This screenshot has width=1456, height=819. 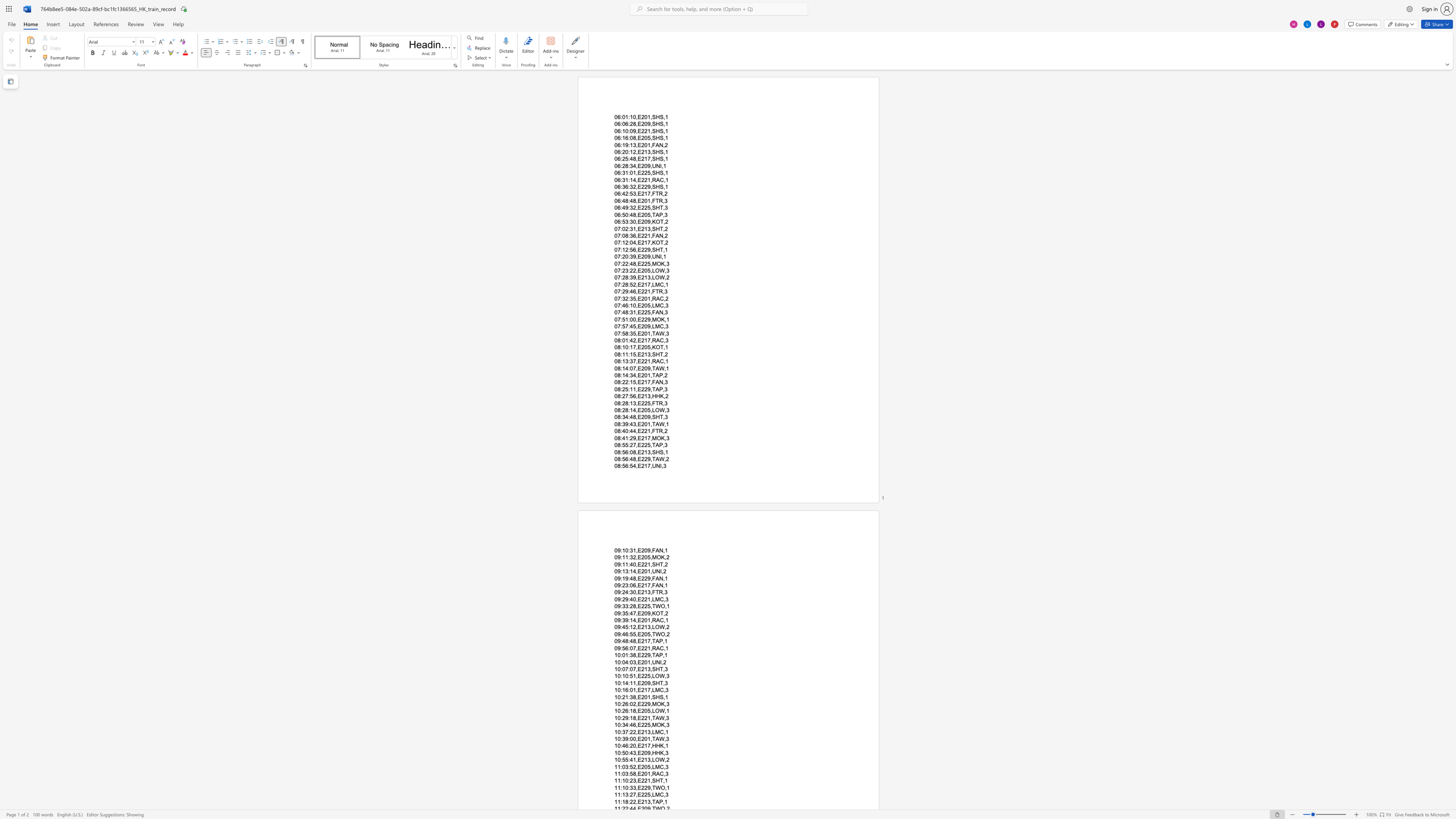 What do you see at coordinates (628, 270) in the screenshot?
I see `the subset text ":22,E20" within the text "07:23:22,E205,LOW,3"` at bounding box center [628, 270].